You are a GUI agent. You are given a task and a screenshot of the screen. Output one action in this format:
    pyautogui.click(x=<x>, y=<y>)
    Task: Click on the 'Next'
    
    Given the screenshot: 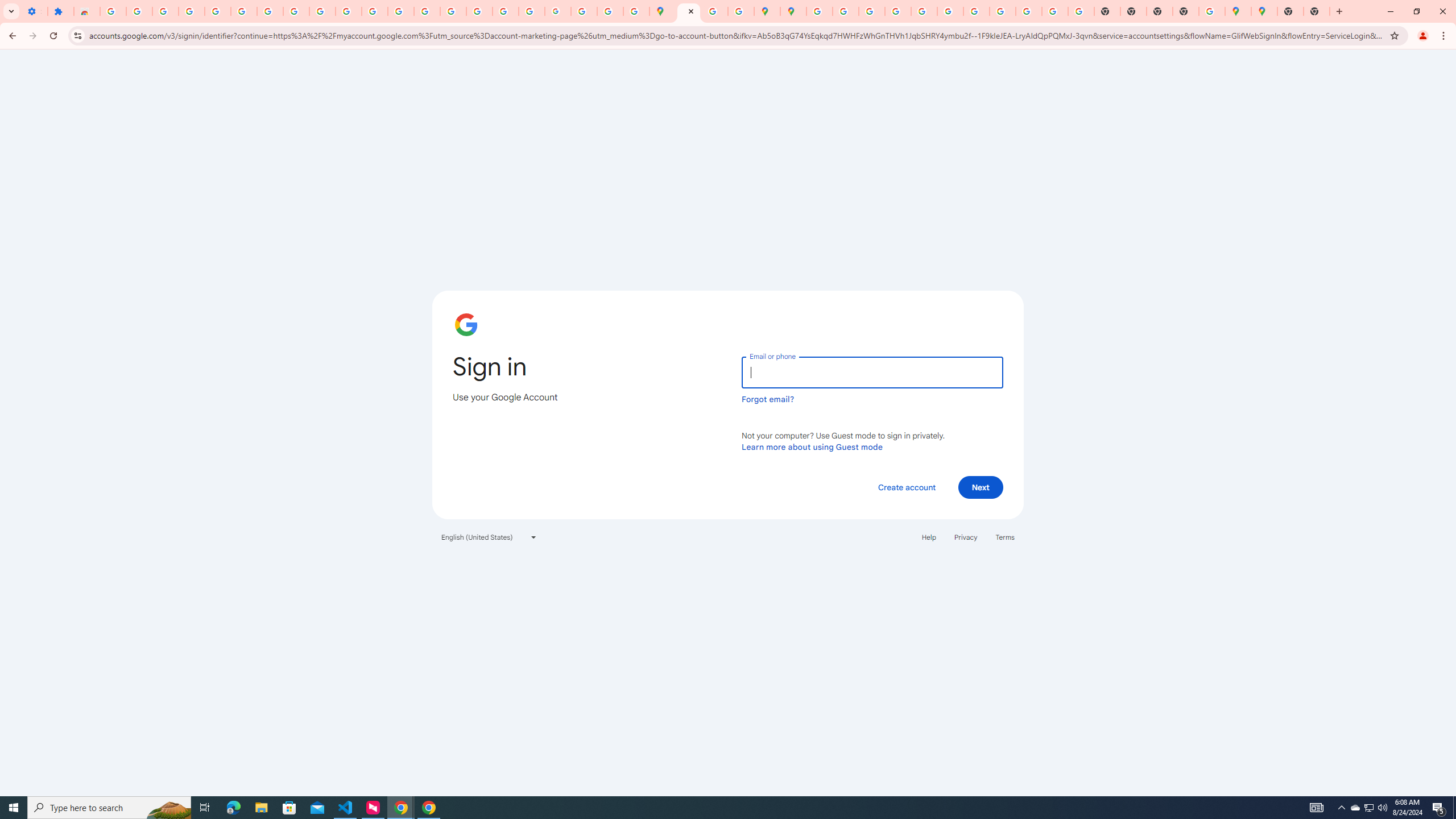 What is the action you would take?
    pyautogui.click(x=981, y=486)
    